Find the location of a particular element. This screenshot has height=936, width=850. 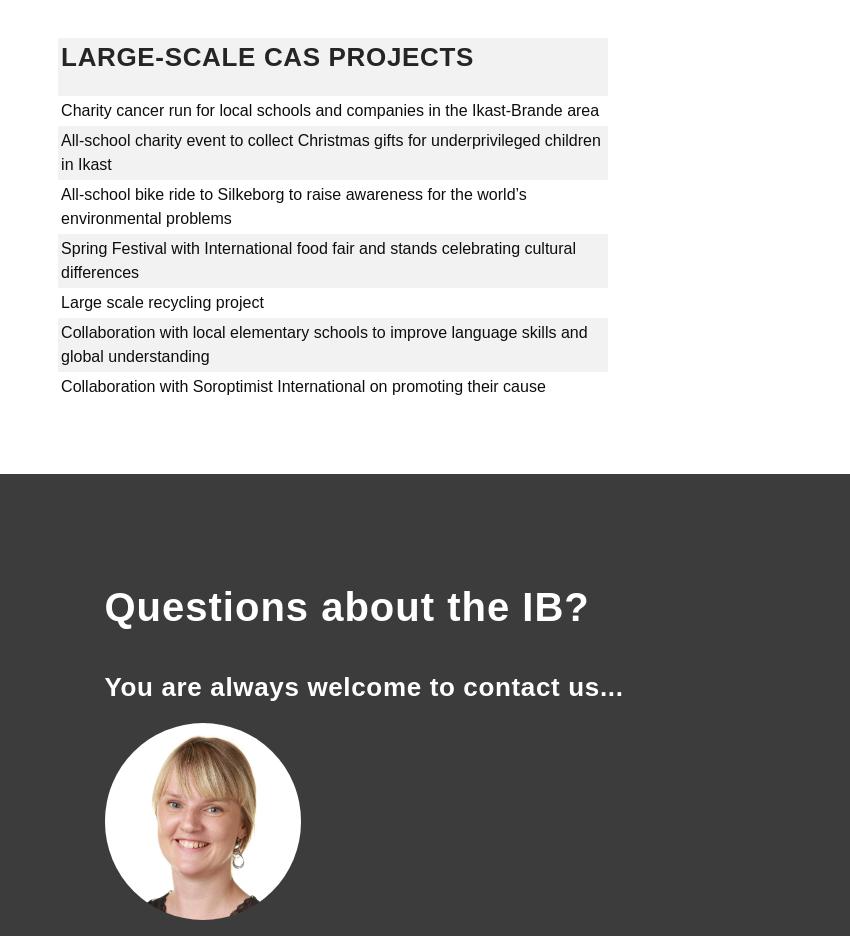

'Large scale recycling project' is located at coordinates (162, 302).